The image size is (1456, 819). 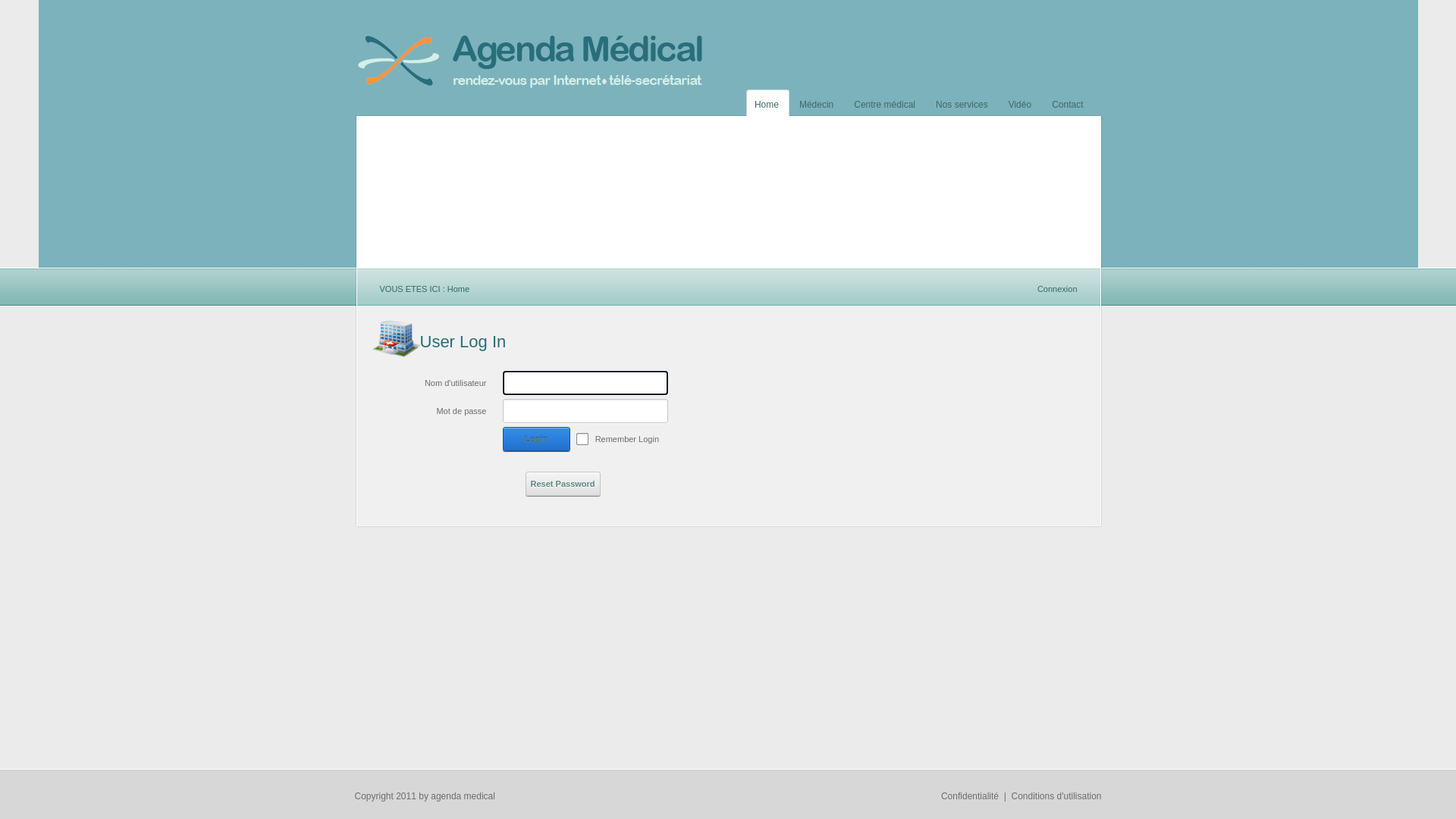 What do you see at coordinates (754, 102) in the screenshot?
I see `'Home'` at bounding box center [754, 102].